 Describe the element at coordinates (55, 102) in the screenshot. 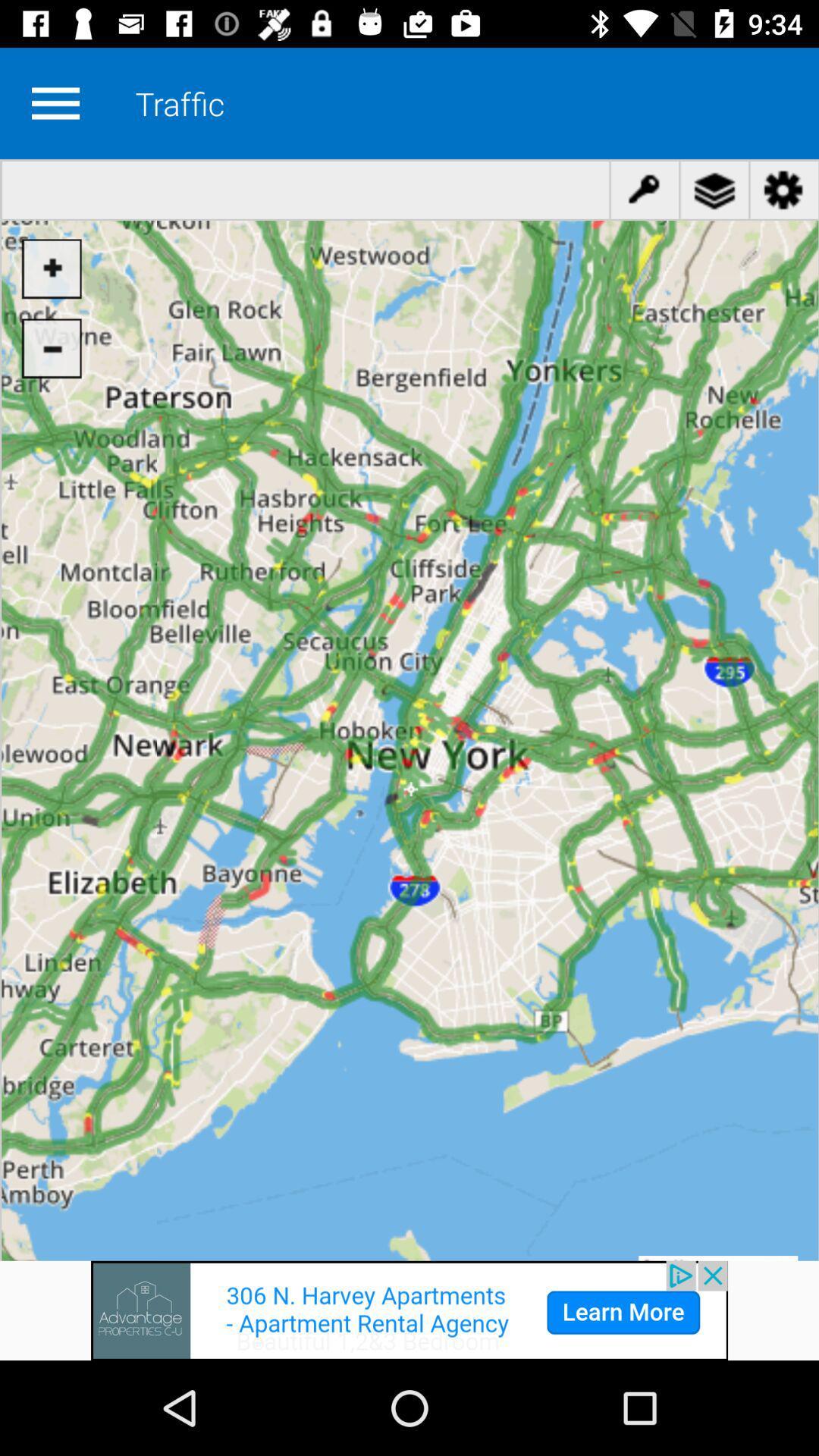

I see `the menu icon` at that location.